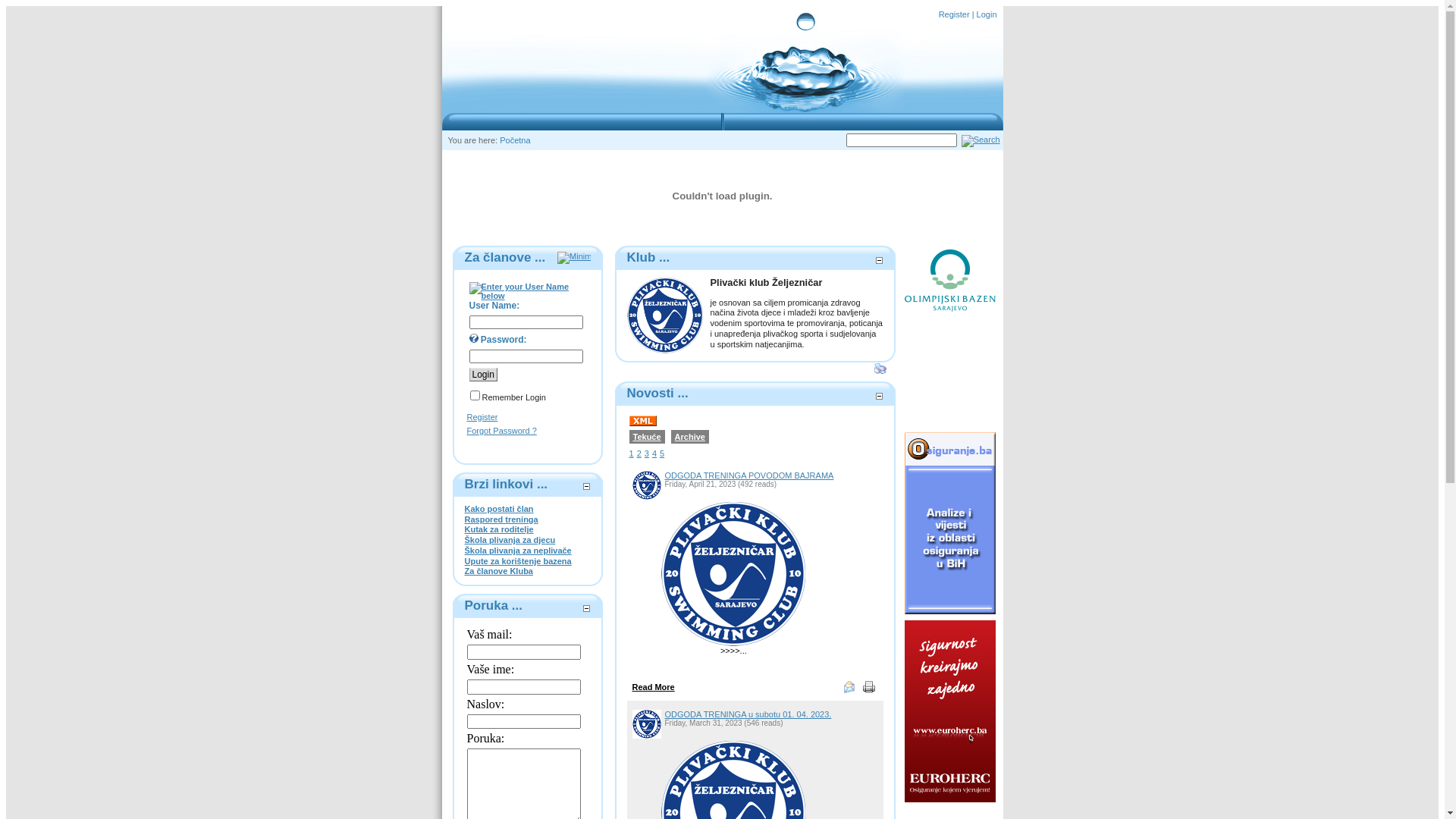  Describe the element at coordinates (482, 417) in the screenshot. I see `'Register'` at that location.